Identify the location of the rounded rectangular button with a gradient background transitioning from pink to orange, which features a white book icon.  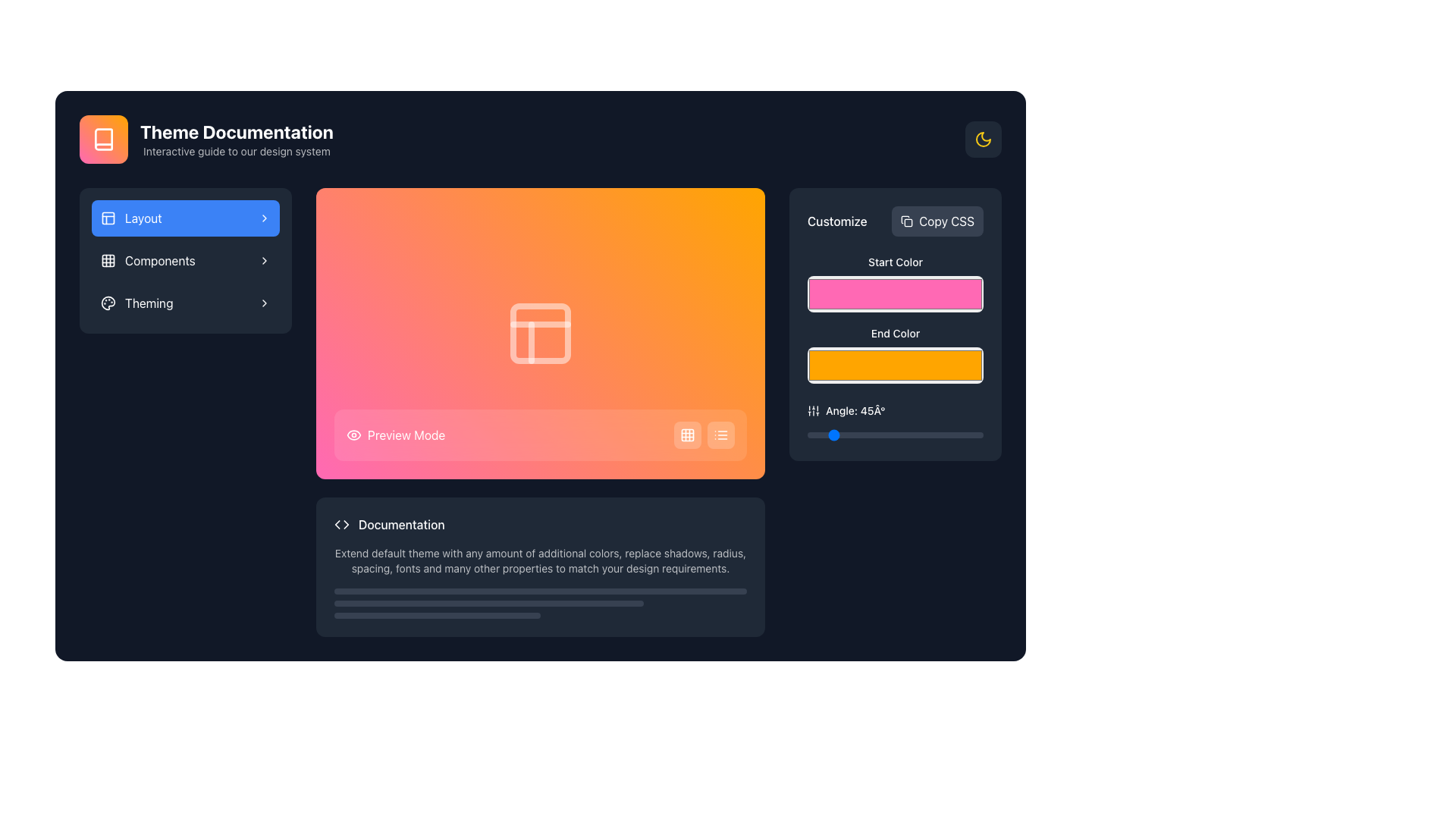
(103, 140).